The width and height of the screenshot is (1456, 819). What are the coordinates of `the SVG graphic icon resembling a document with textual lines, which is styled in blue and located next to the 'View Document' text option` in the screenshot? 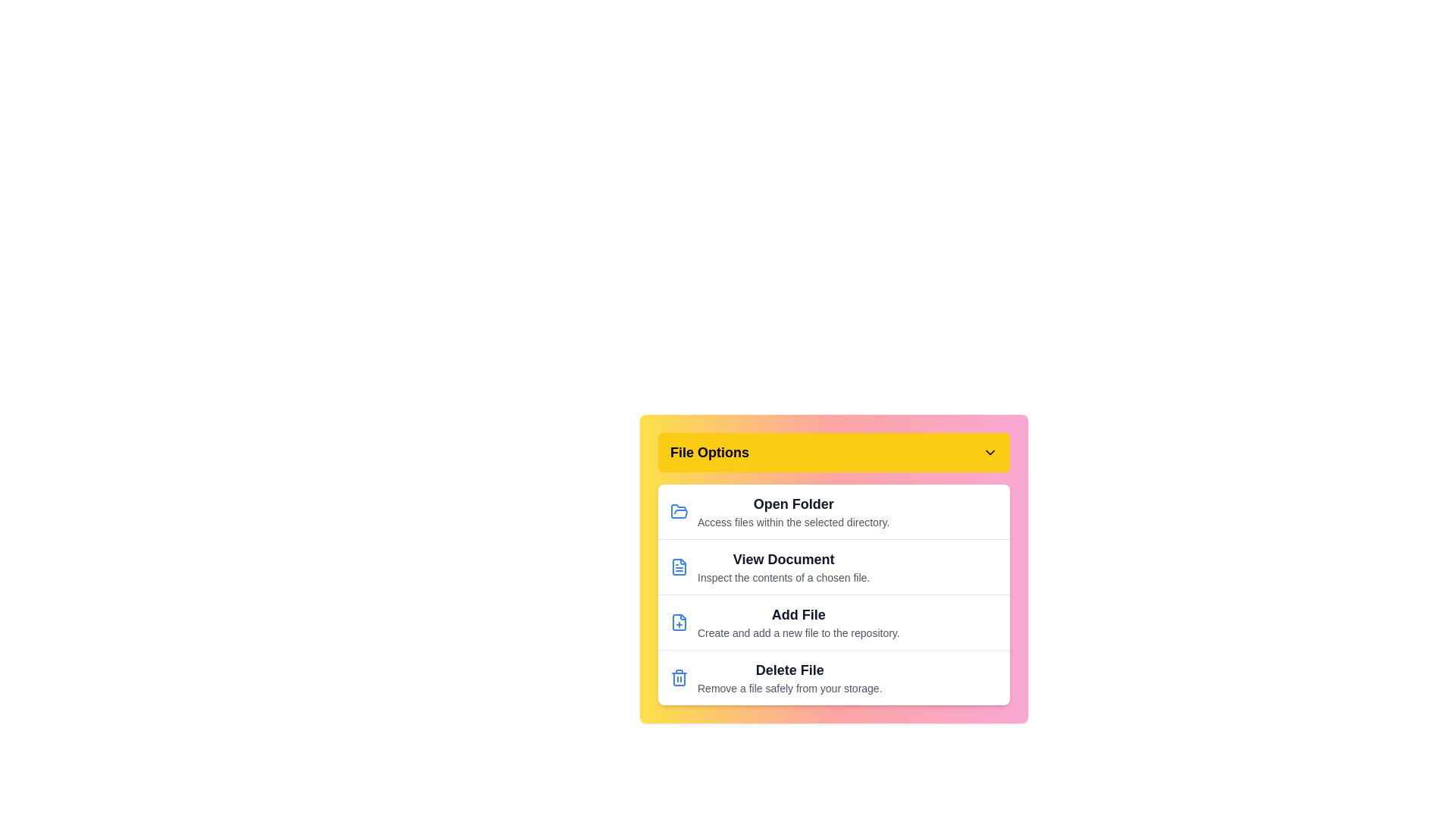 It's located at (679, 567).